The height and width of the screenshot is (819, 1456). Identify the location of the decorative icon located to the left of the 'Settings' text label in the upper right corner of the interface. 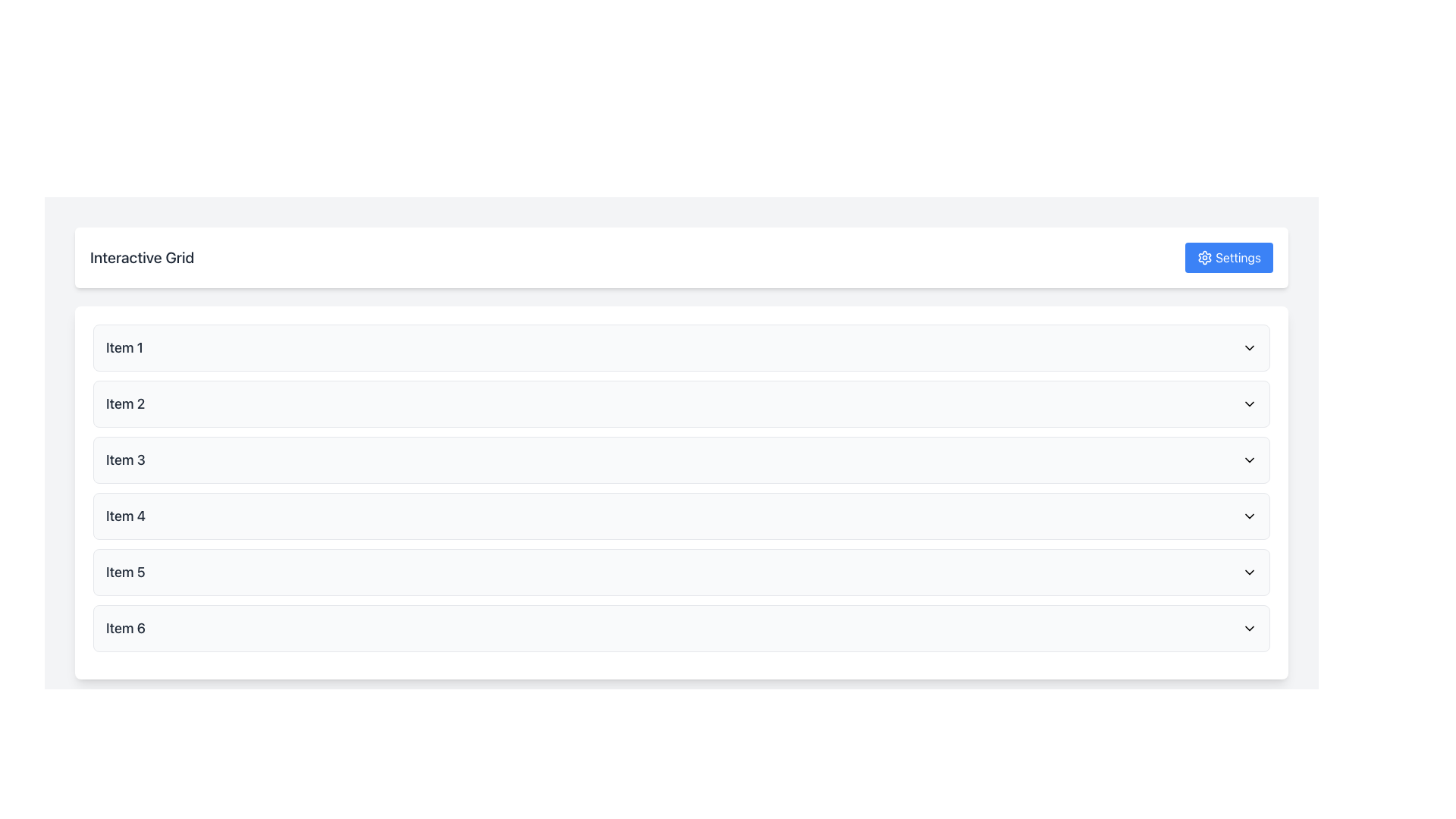
(1204, 256).